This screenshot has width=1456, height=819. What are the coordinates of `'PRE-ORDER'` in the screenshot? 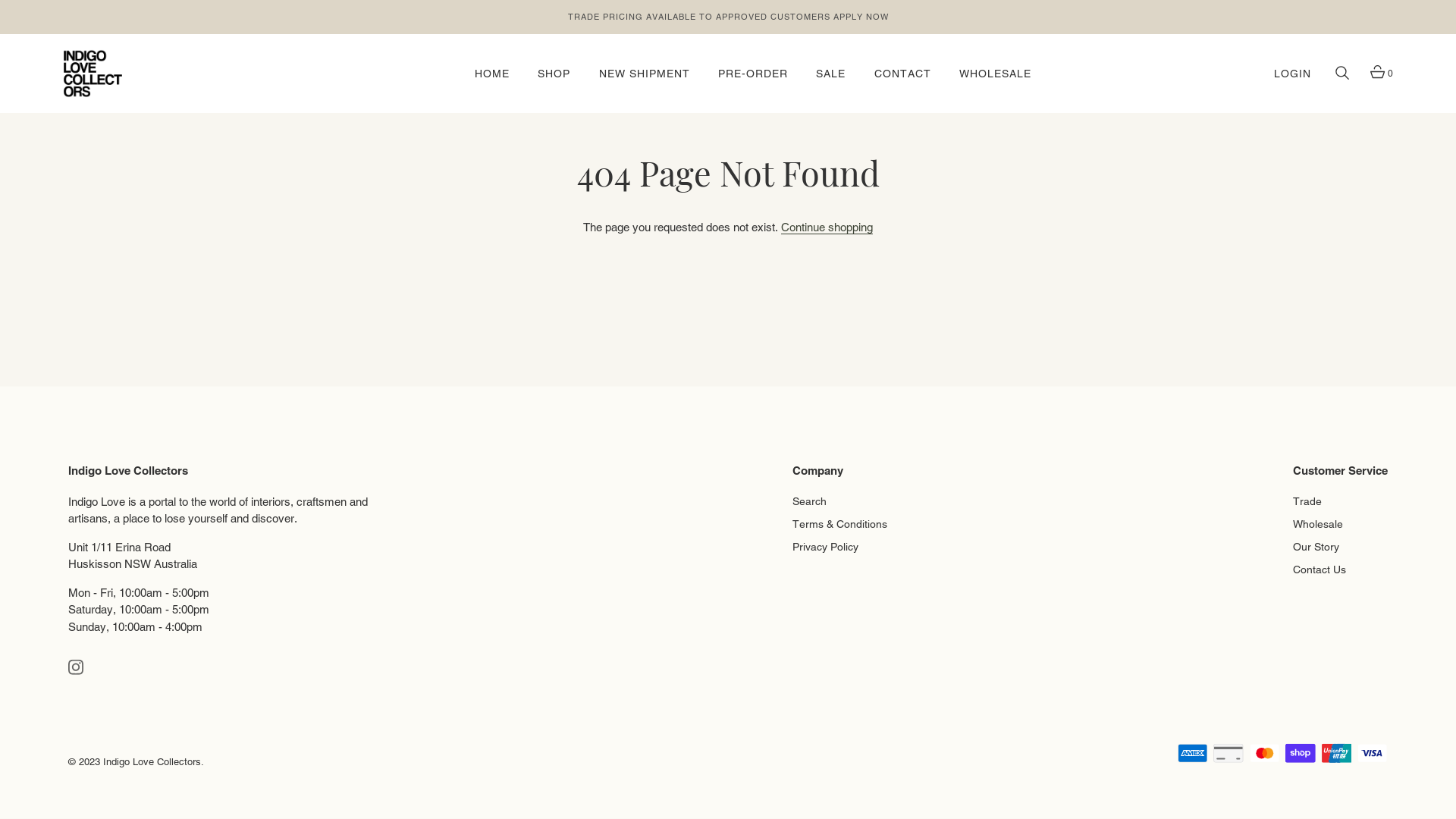 It's located at (705, 74).